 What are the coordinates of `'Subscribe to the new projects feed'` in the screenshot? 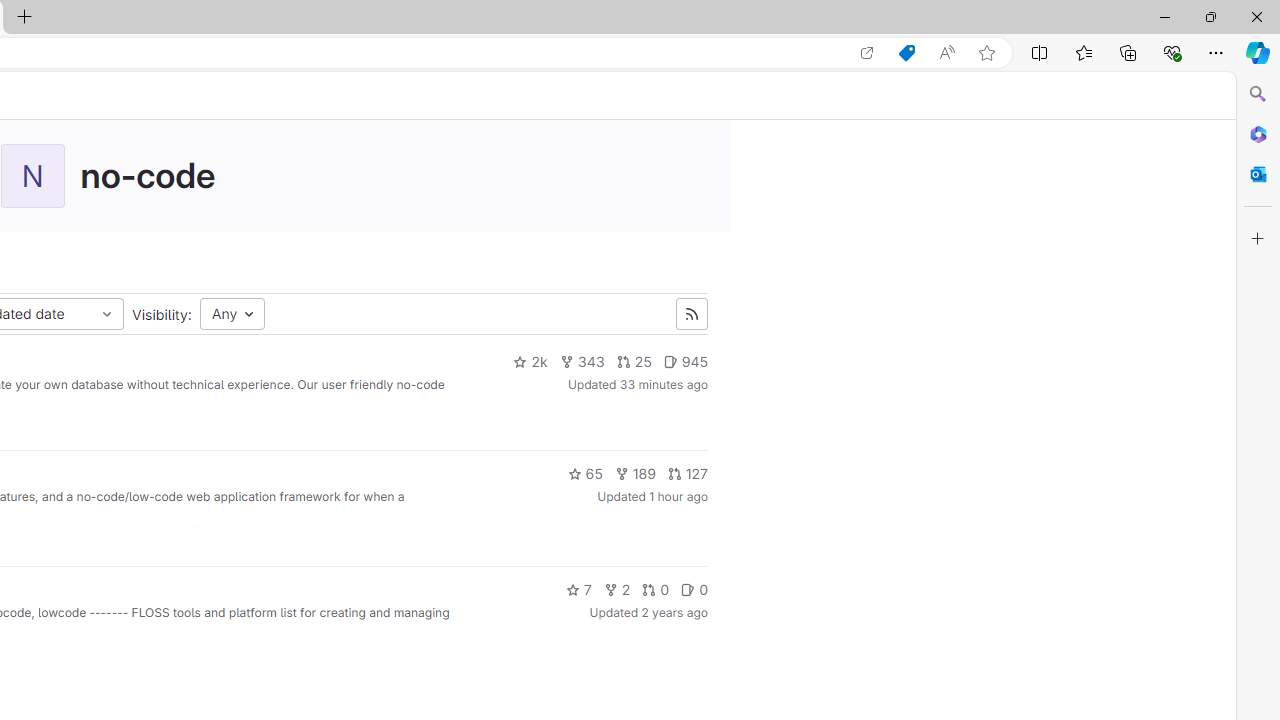 It's located at (691, 314).